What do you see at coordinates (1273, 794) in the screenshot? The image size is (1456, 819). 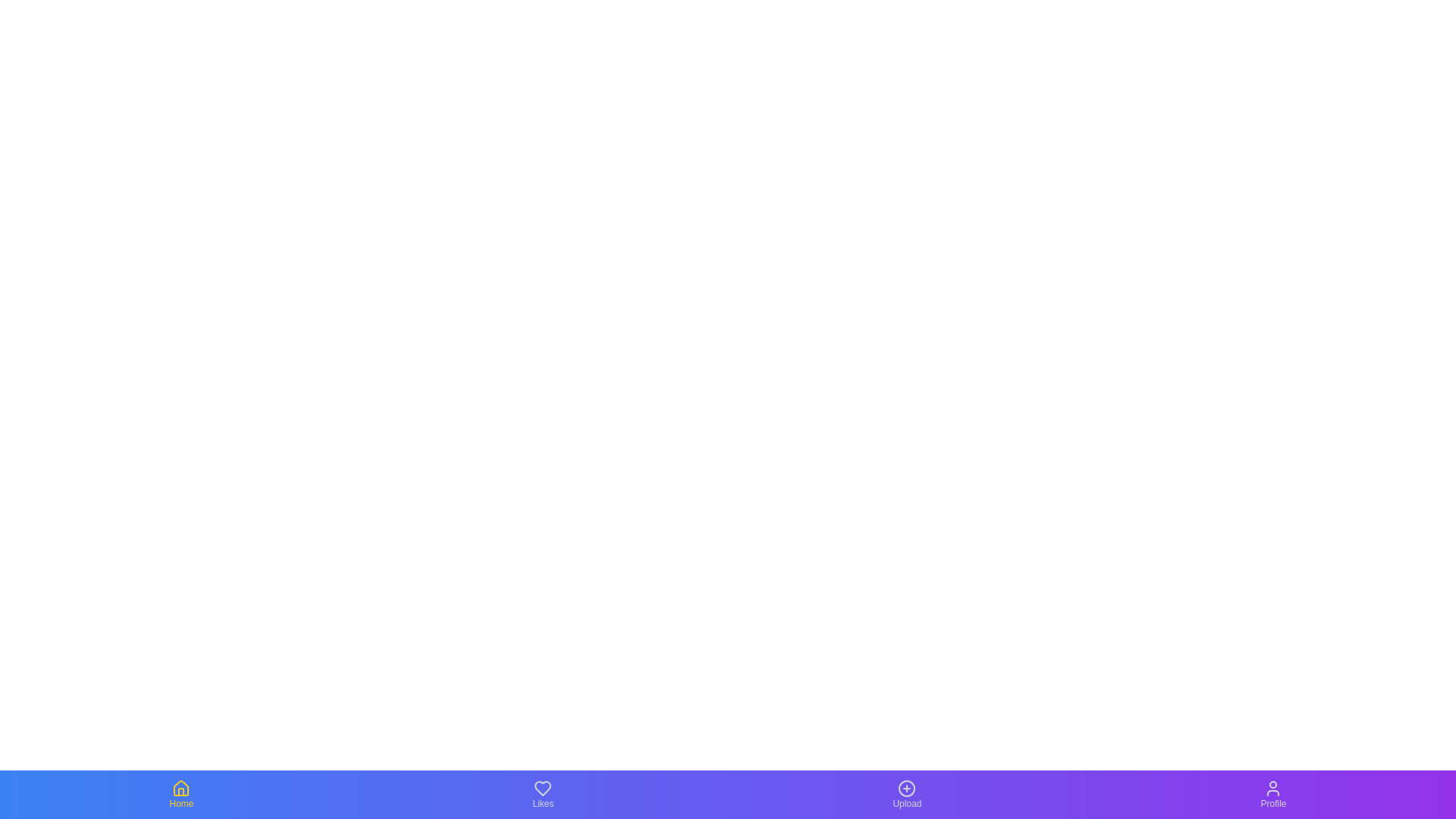 I see `the Profile tab by clicking on it` at bounding box center [1273, 794].